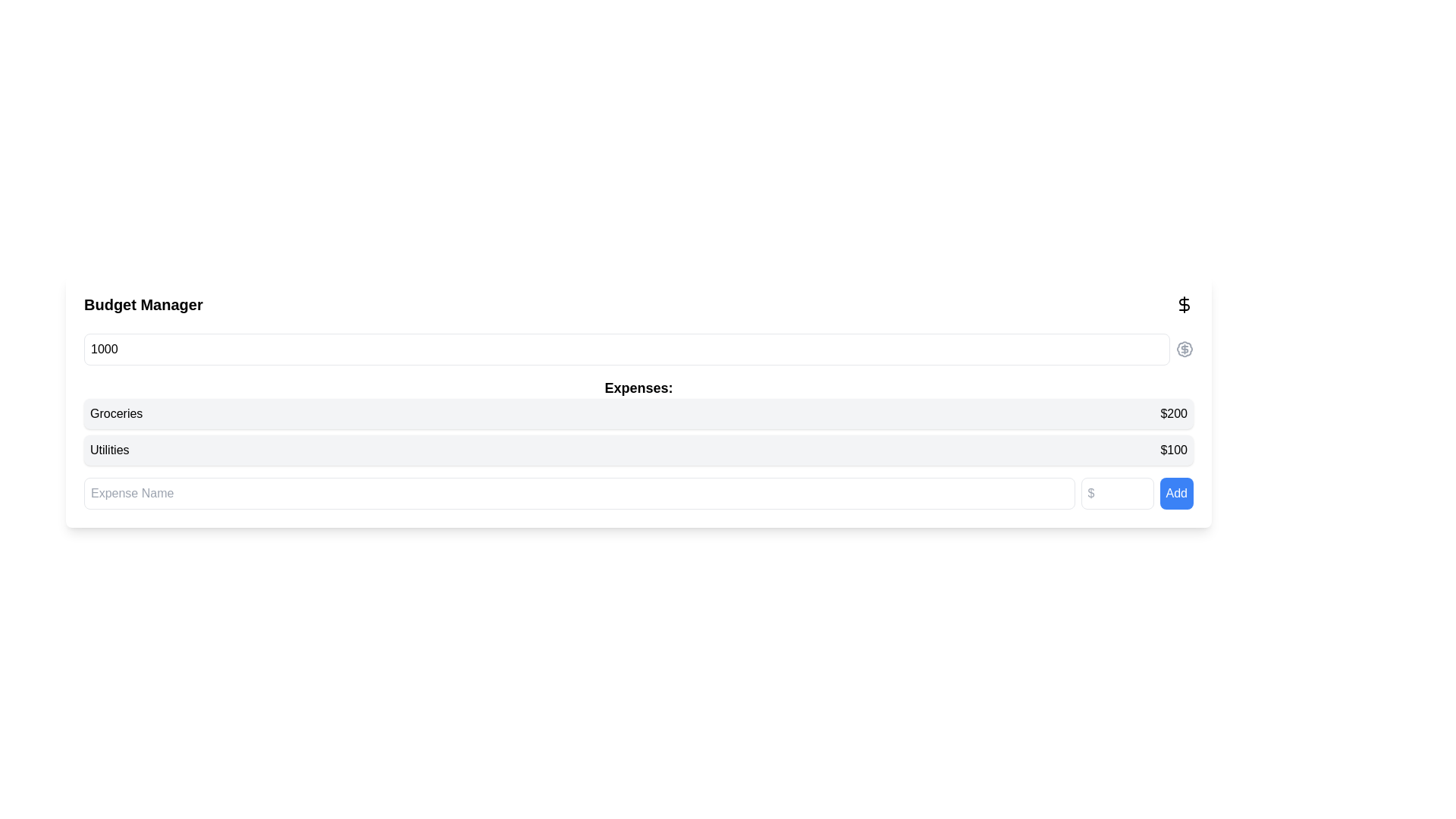  What do you see at coordinates (143, 304) in the screenshot?
I see `the 'Budget Manager' text label, which is a prominent heading in bold and extra-large font located in the header on the left side of the interface` at bounding box center [143, 304].